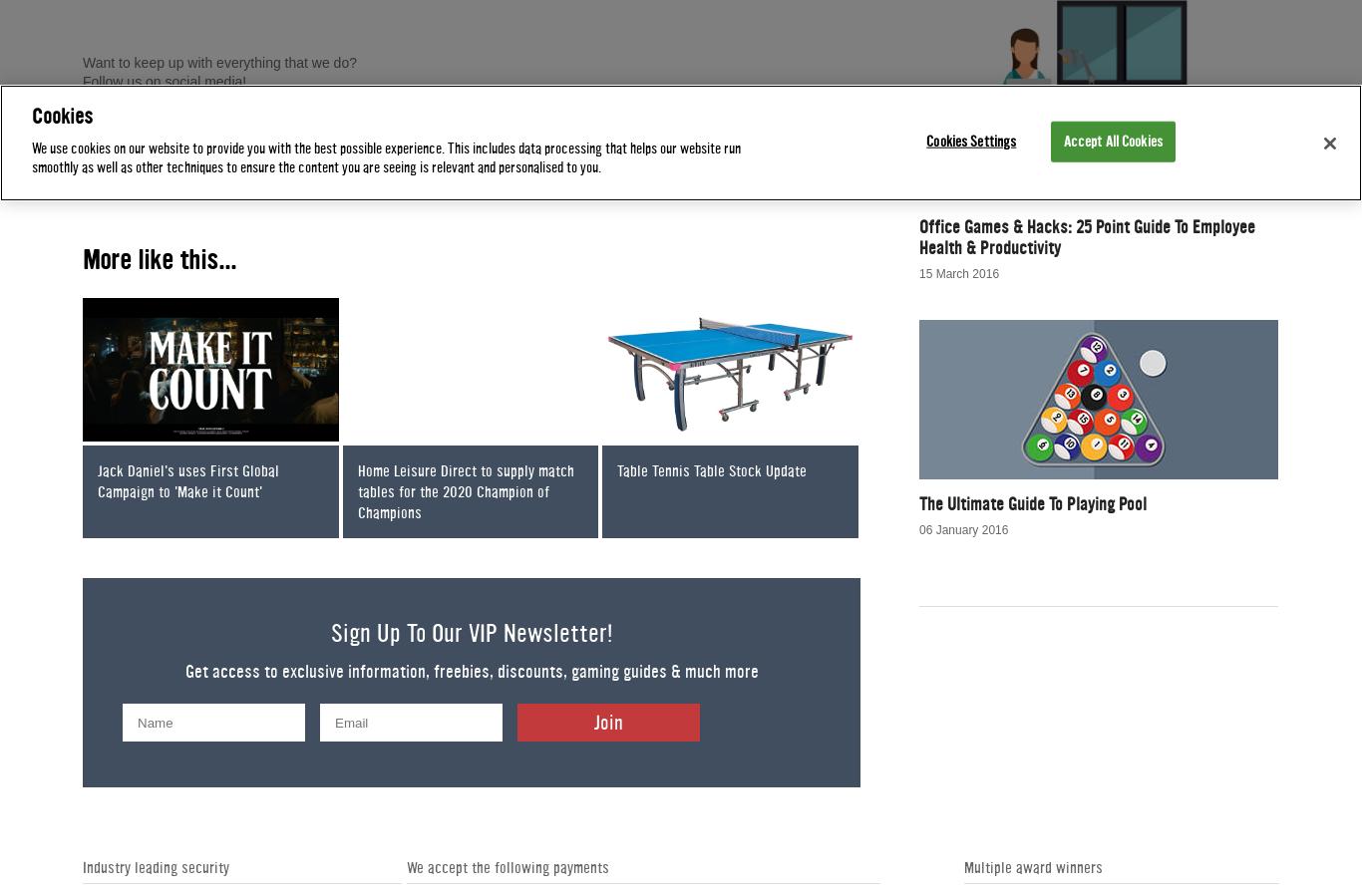  I want to click on 'Follow us on social media!', so click(166, 80).